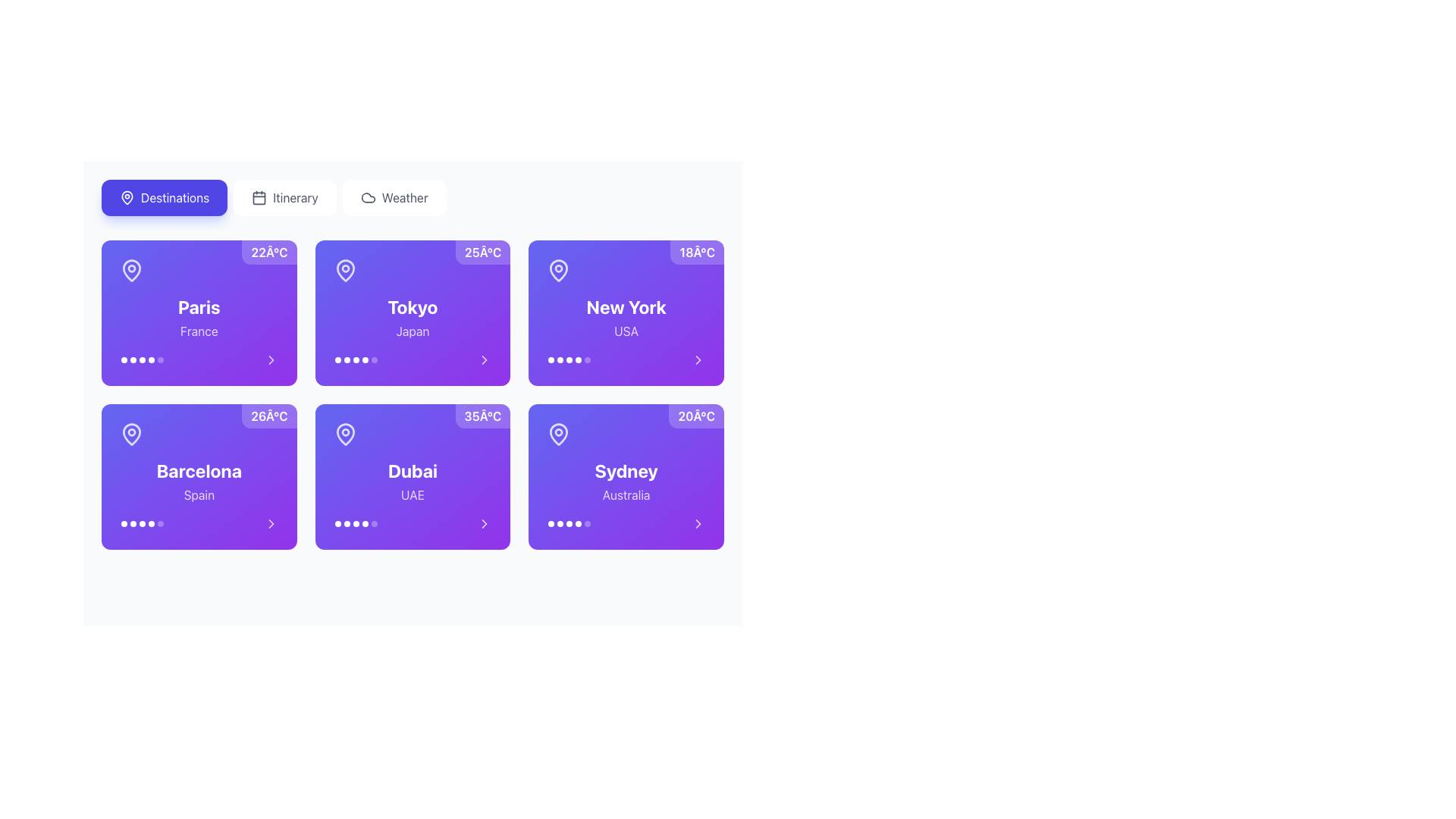 This screenshot has height=819, width=1456. Describe the element at coordinates (484, 522) in the screenshot. I see `the chevron icon located at the bottom-right corner of the 'Dubai' card` at that location.